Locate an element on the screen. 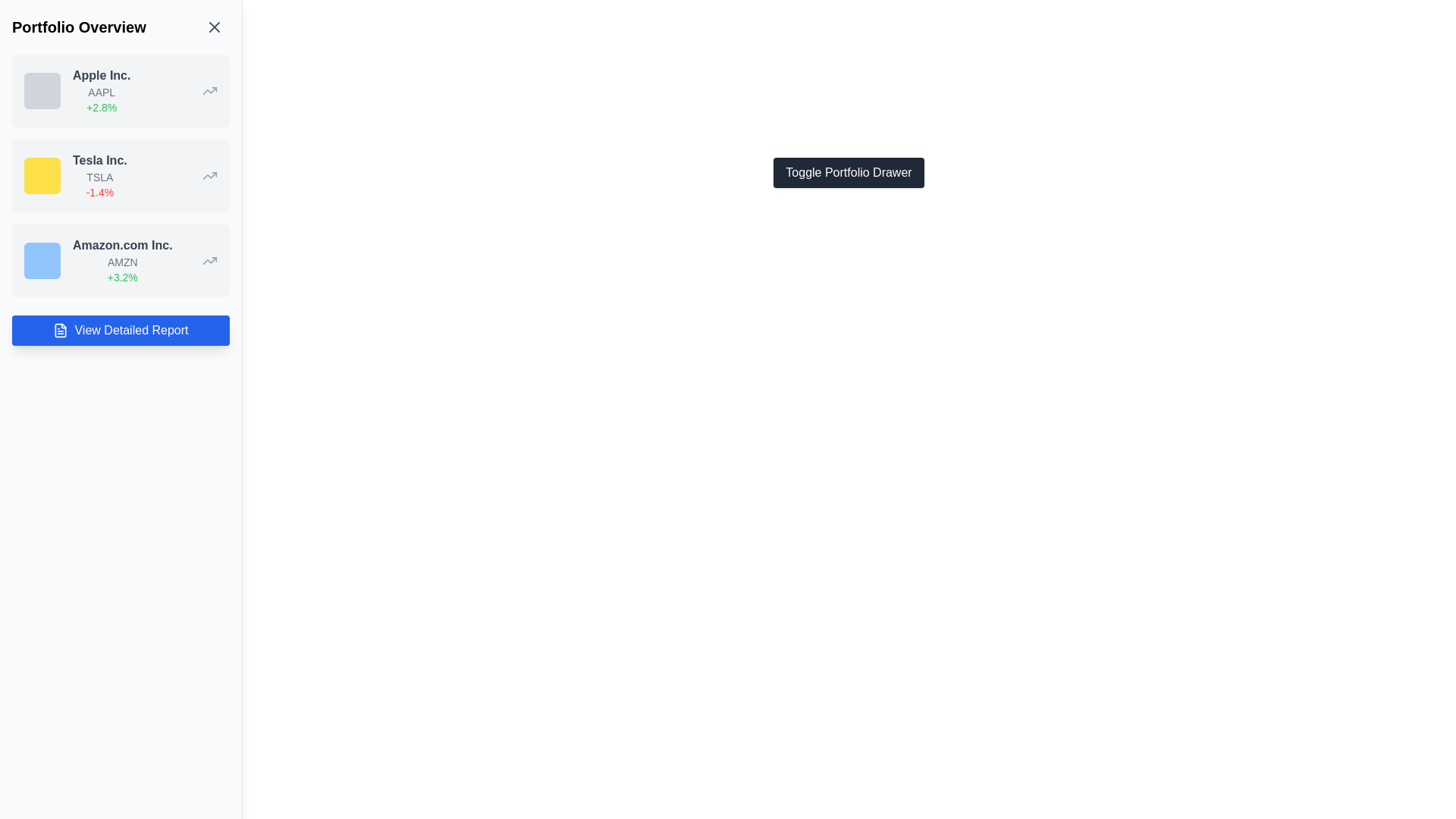 This screenshot has width=1456, height=819. the small file or document icon with a white outline against a blue background, located to the left of the 'View Detailed Report' button is located at coordinates (61, 329).